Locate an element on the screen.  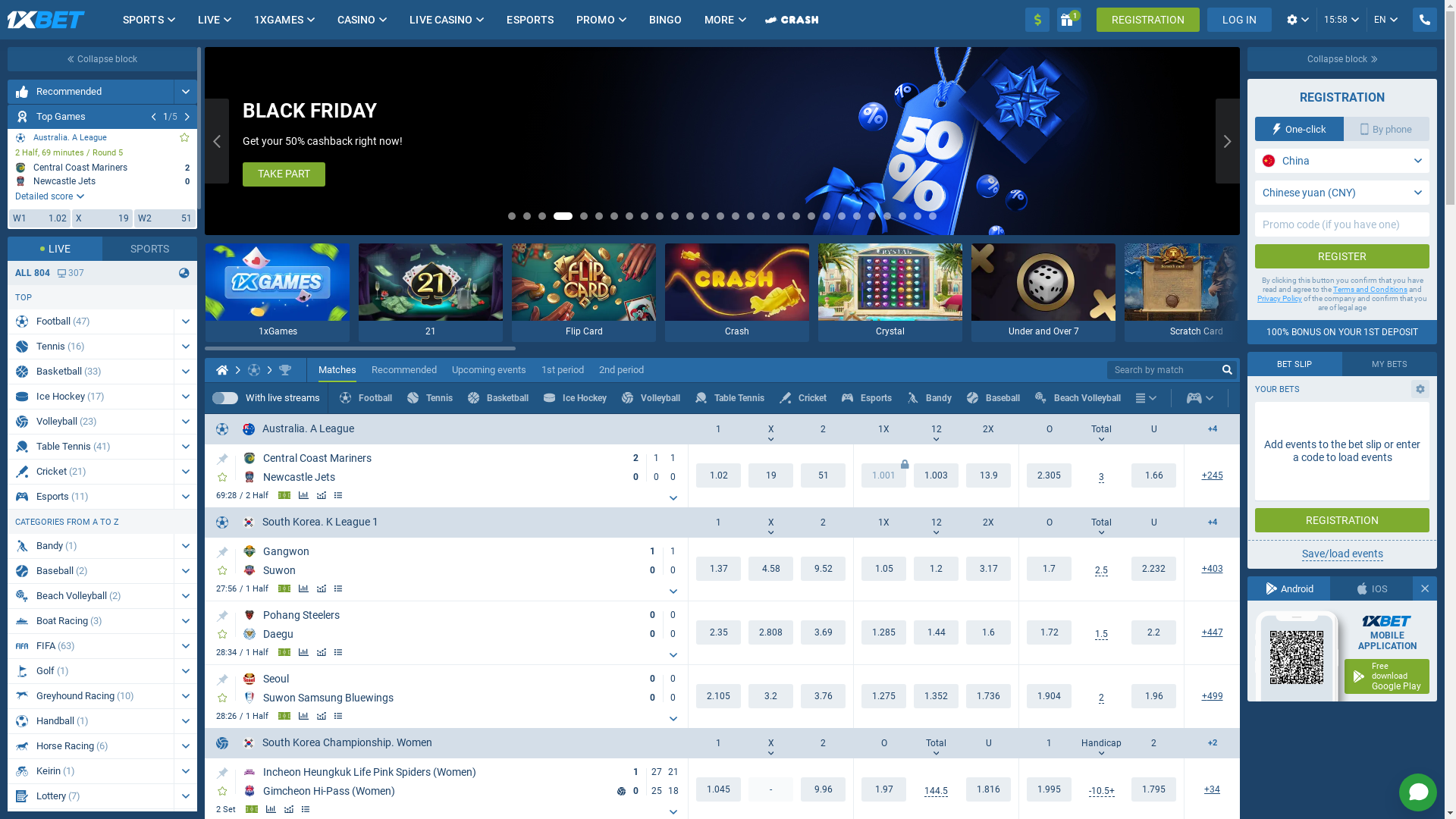
'1.2' is located at coordinates (935, 568).